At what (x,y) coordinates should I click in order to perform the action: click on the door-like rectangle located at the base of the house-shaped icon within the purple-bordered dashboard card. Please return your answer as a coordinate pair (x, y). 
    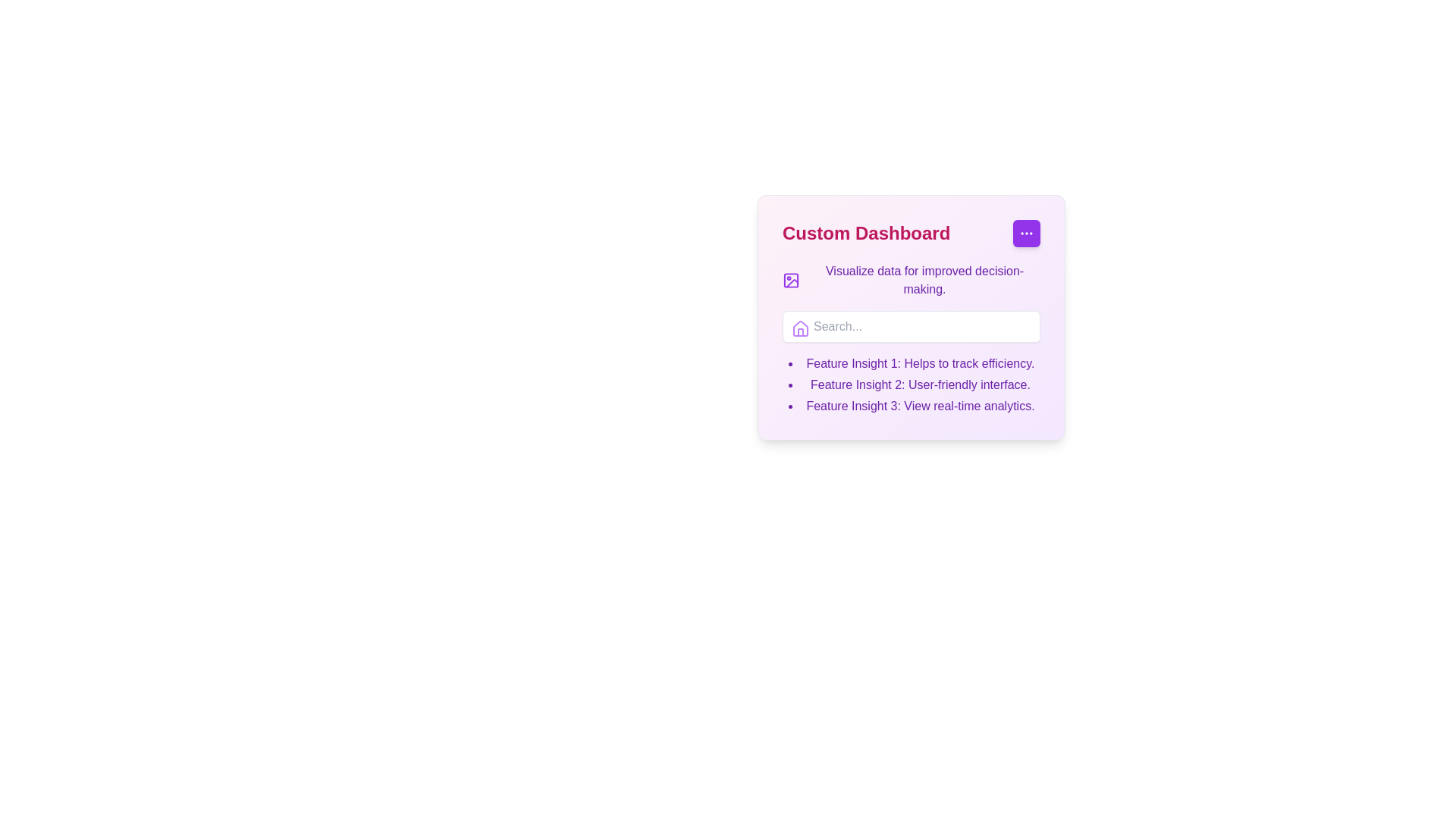
    Looking at the image, I should click on (800, 331).